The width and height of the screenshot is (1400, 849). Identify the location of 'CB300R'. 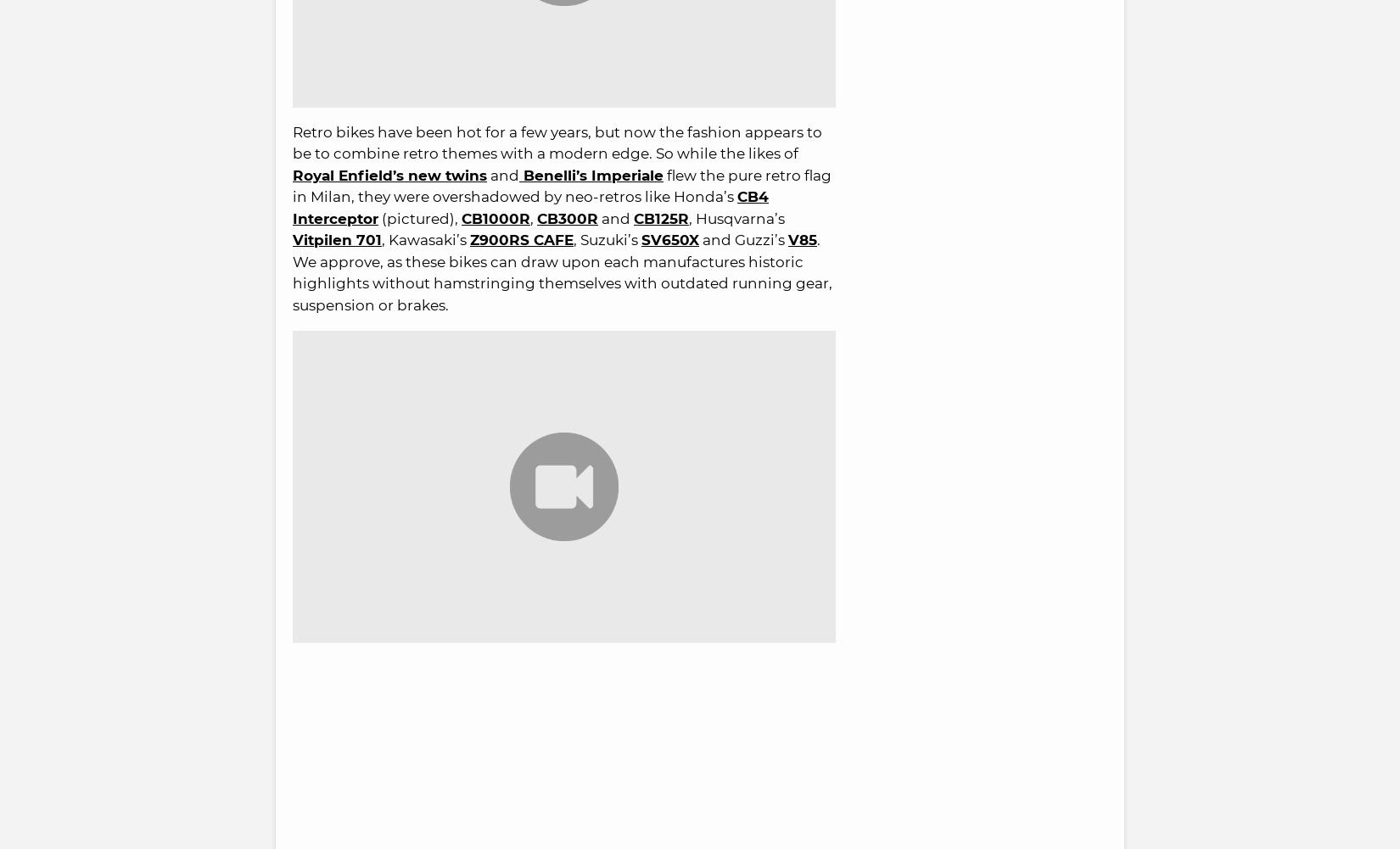
(567, 216).